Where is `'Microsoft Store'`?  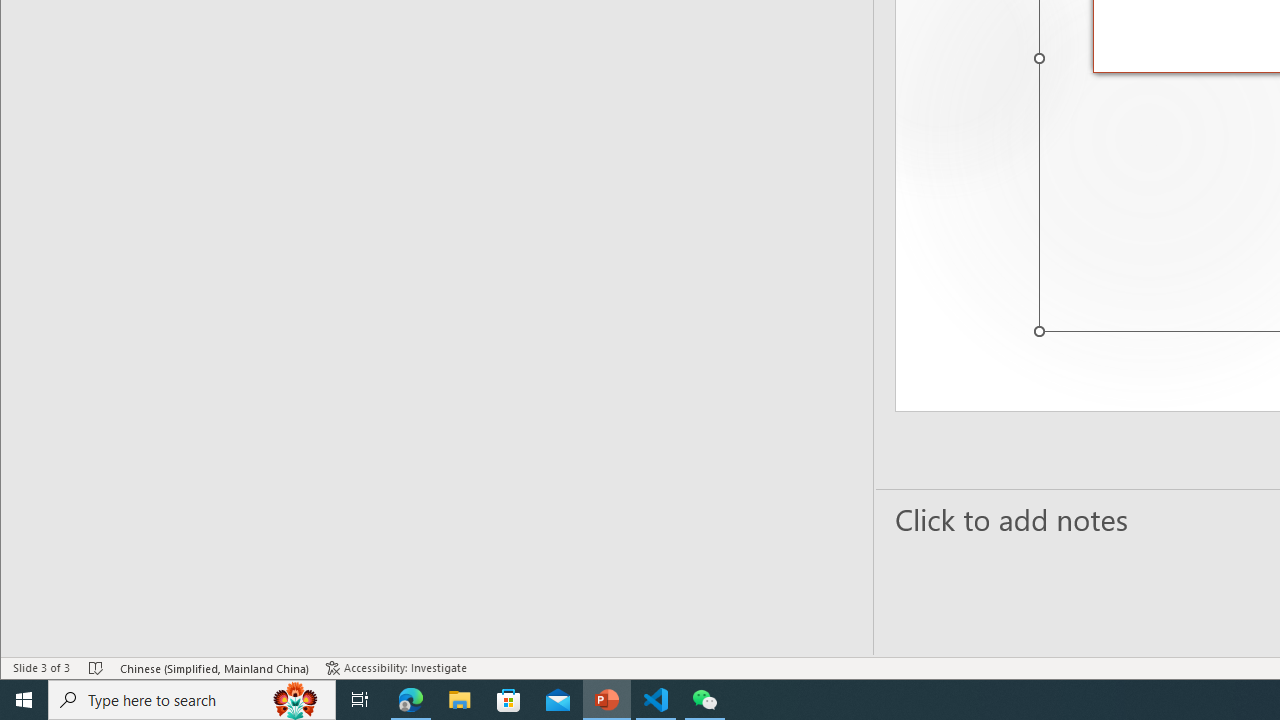
'Microsoft Store' is located at coordinates (509, 698).